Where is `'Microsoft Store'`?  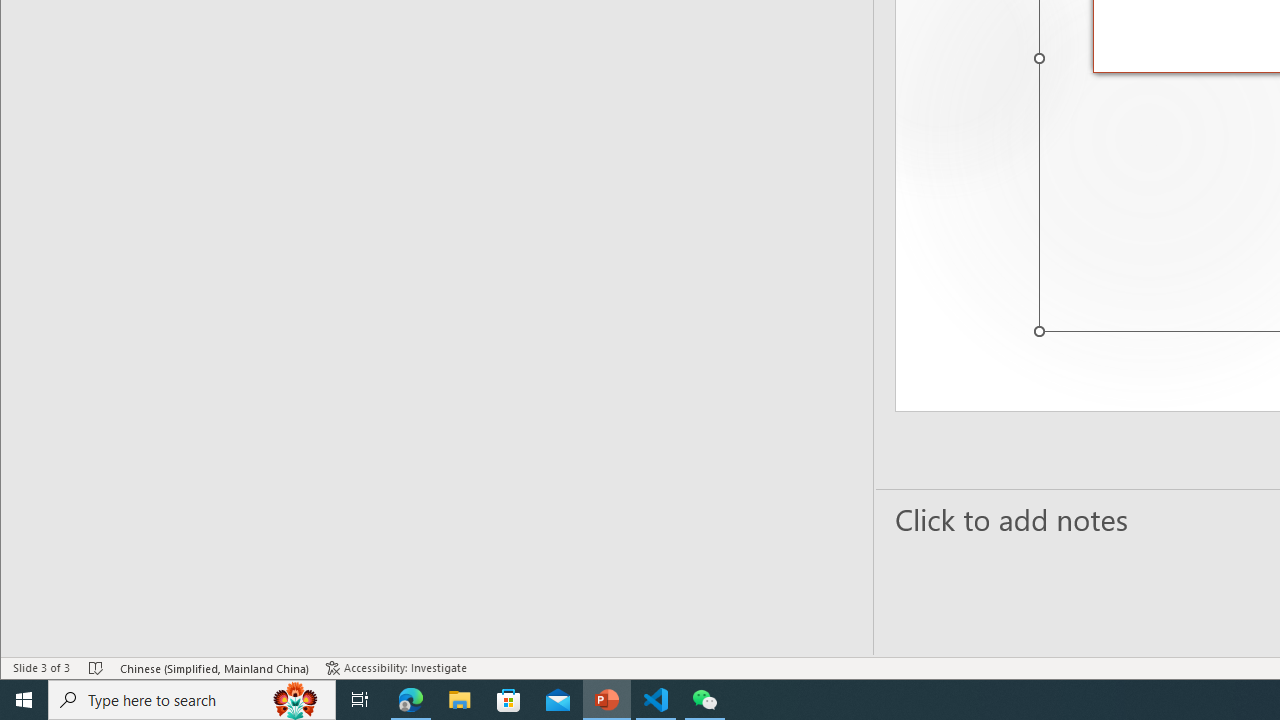
'Microsoft Store' is located at coordinates (509, 698).